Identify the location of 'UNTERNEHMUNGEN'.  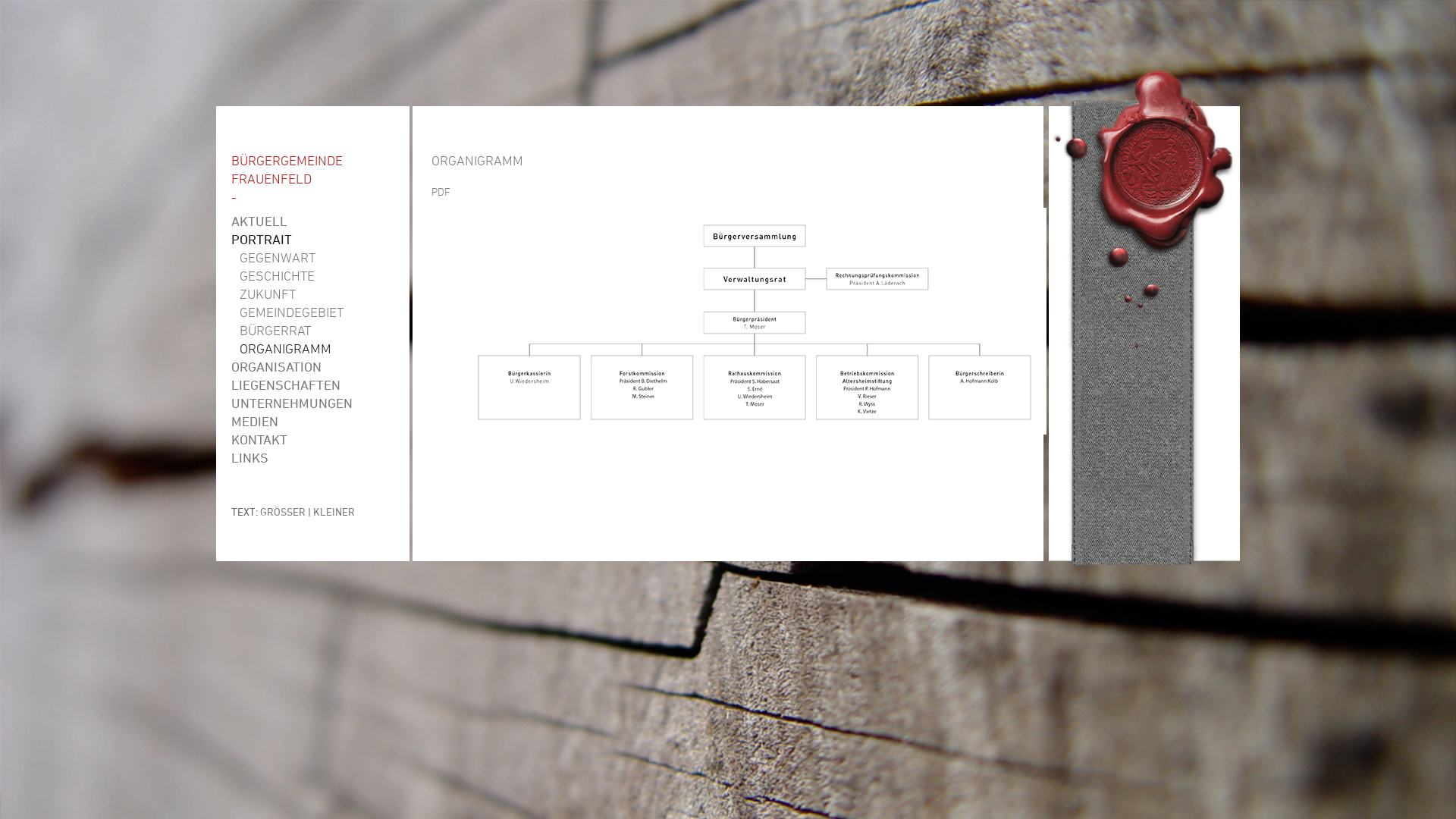
(215, 403).